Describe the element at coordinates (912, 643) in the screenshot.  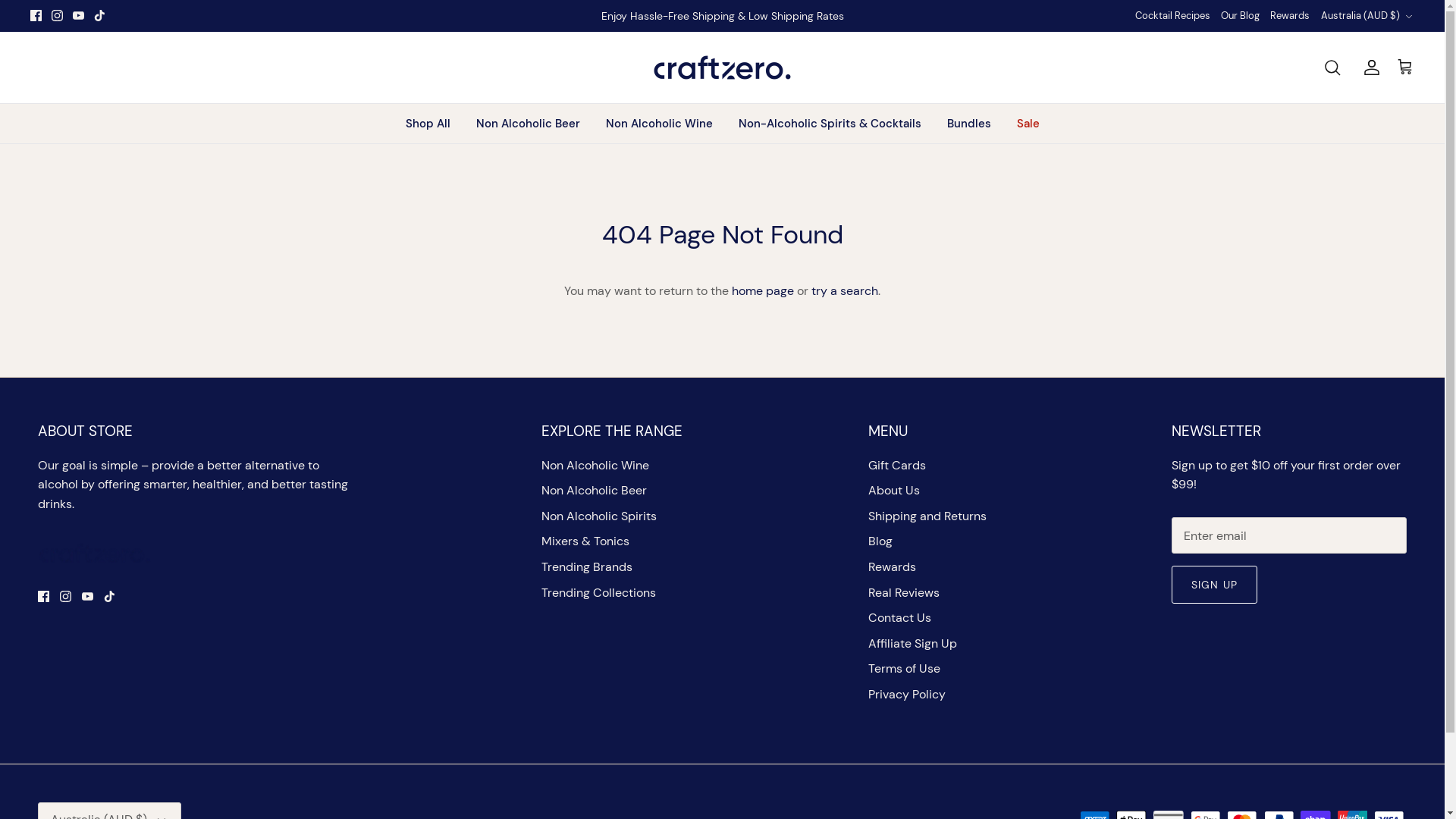
I see `'Affiliate Sign Up'` at that location.